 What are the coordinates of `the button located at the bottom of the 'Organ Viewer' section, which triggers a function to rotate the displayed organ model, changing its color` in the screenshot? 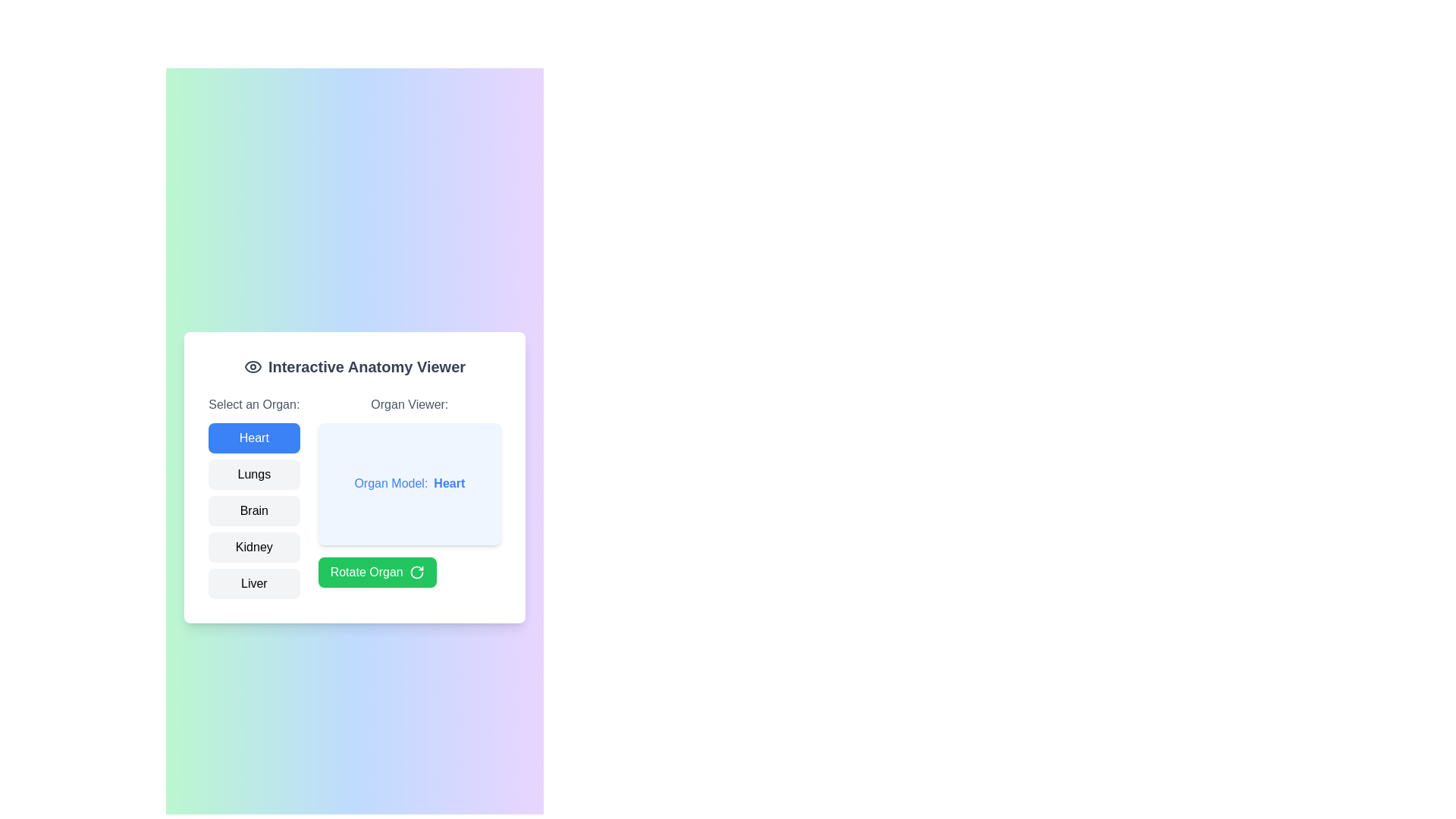 It's located at (377, 572).